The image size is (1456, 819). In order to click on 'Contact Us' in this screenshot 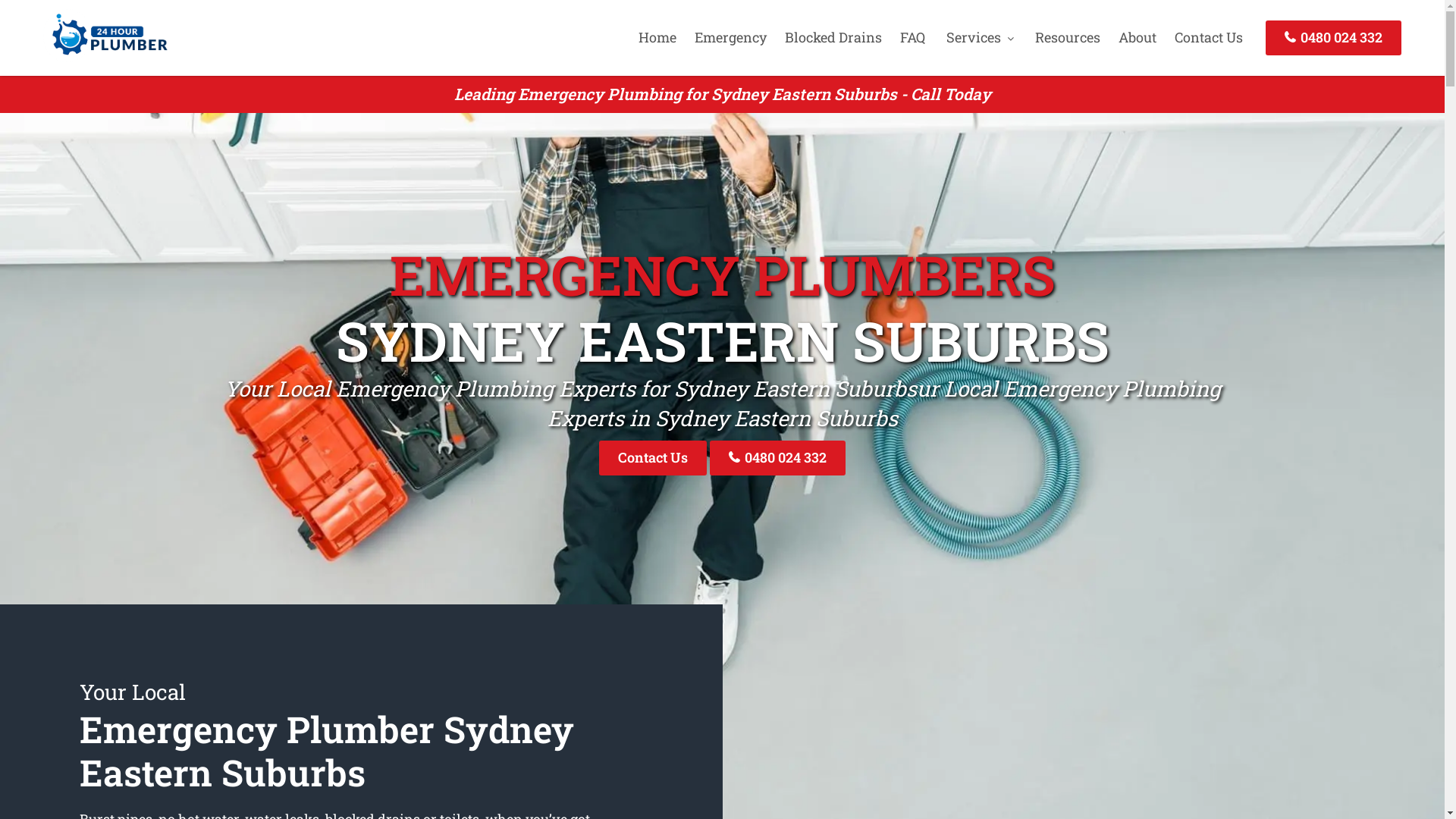, I will do `click(652, 457)`.